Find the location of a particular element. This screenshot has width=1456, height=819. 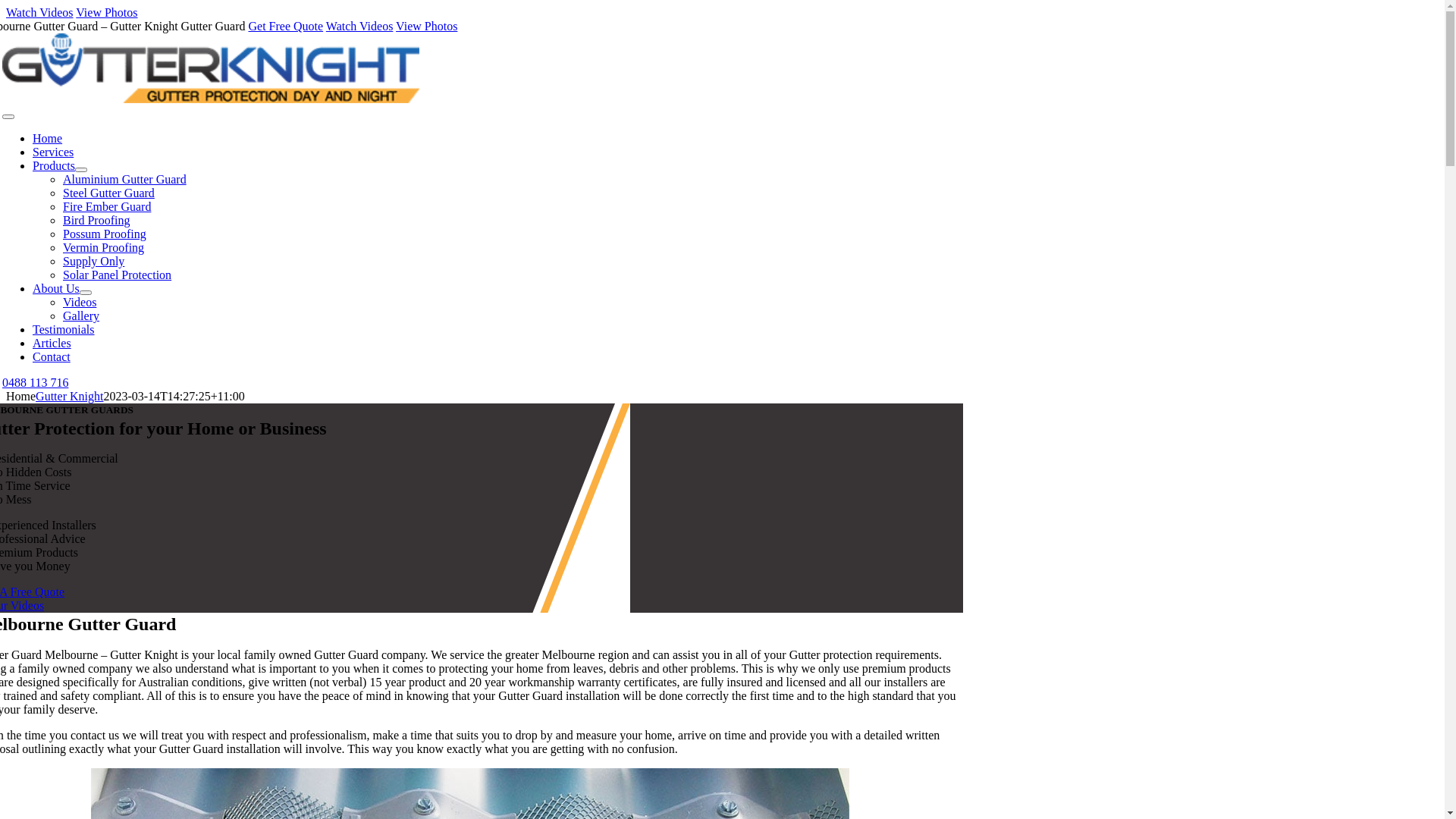

'Articles' is located at coordinates (52, 343).